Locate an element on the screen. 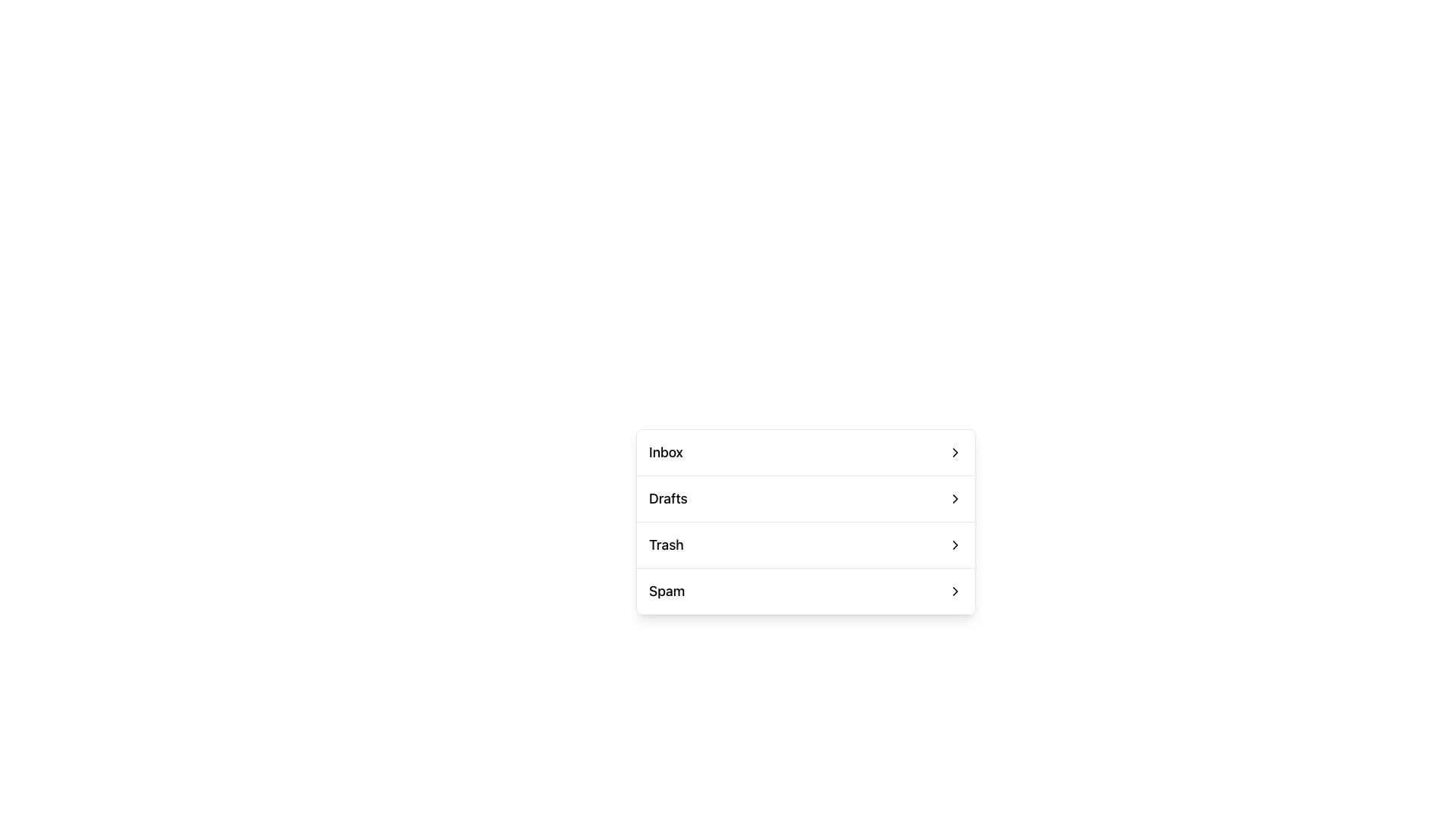 The width and height of the screenshot is (1456, 819). the 'Trash' navigation list item, which is the third item in the vertical menu is located at coordinates (805, 544).